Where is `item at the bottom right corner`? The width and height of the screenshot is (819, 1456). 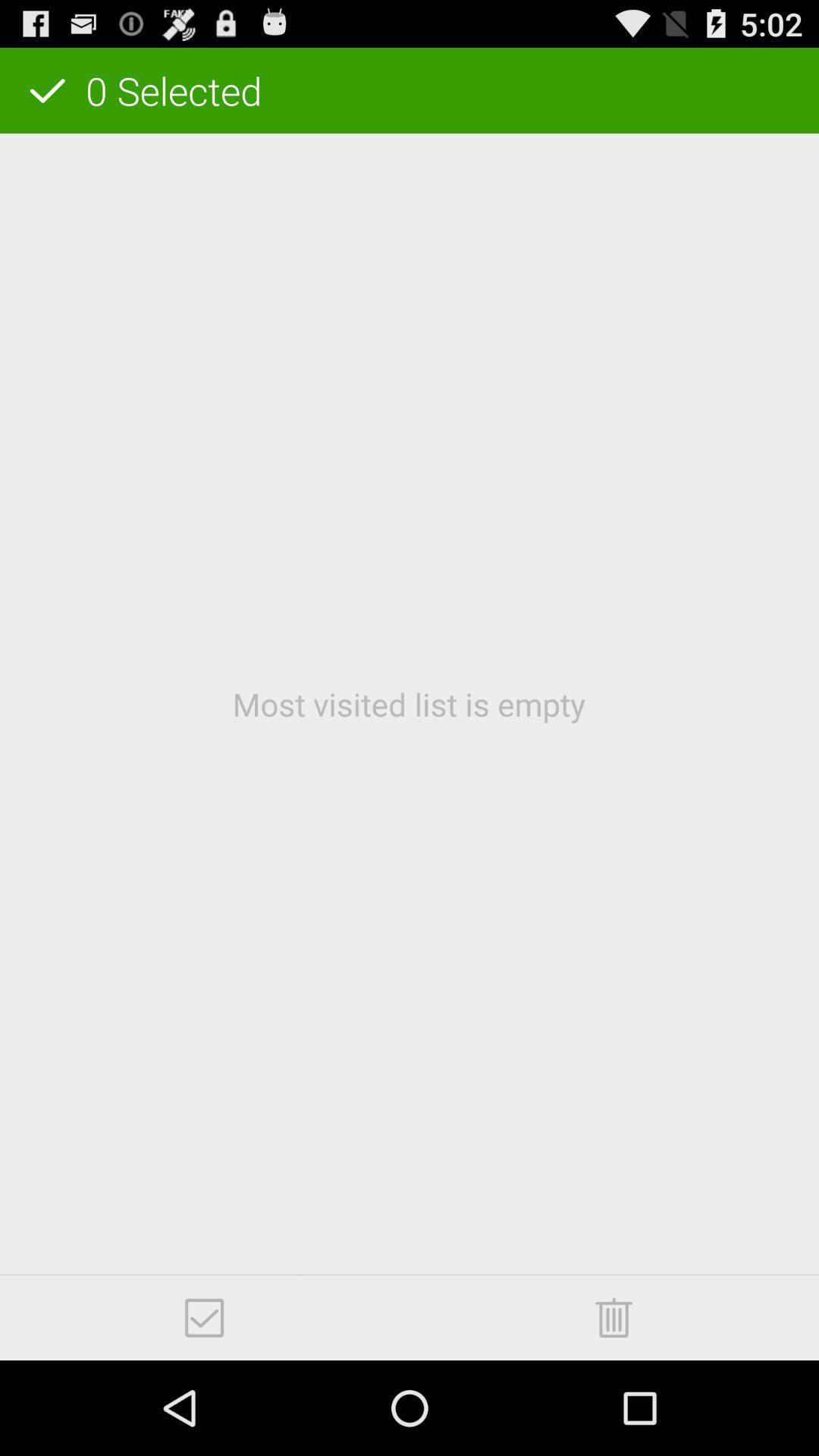
item at the bottom right corner is located at coordinates (613, 1316).